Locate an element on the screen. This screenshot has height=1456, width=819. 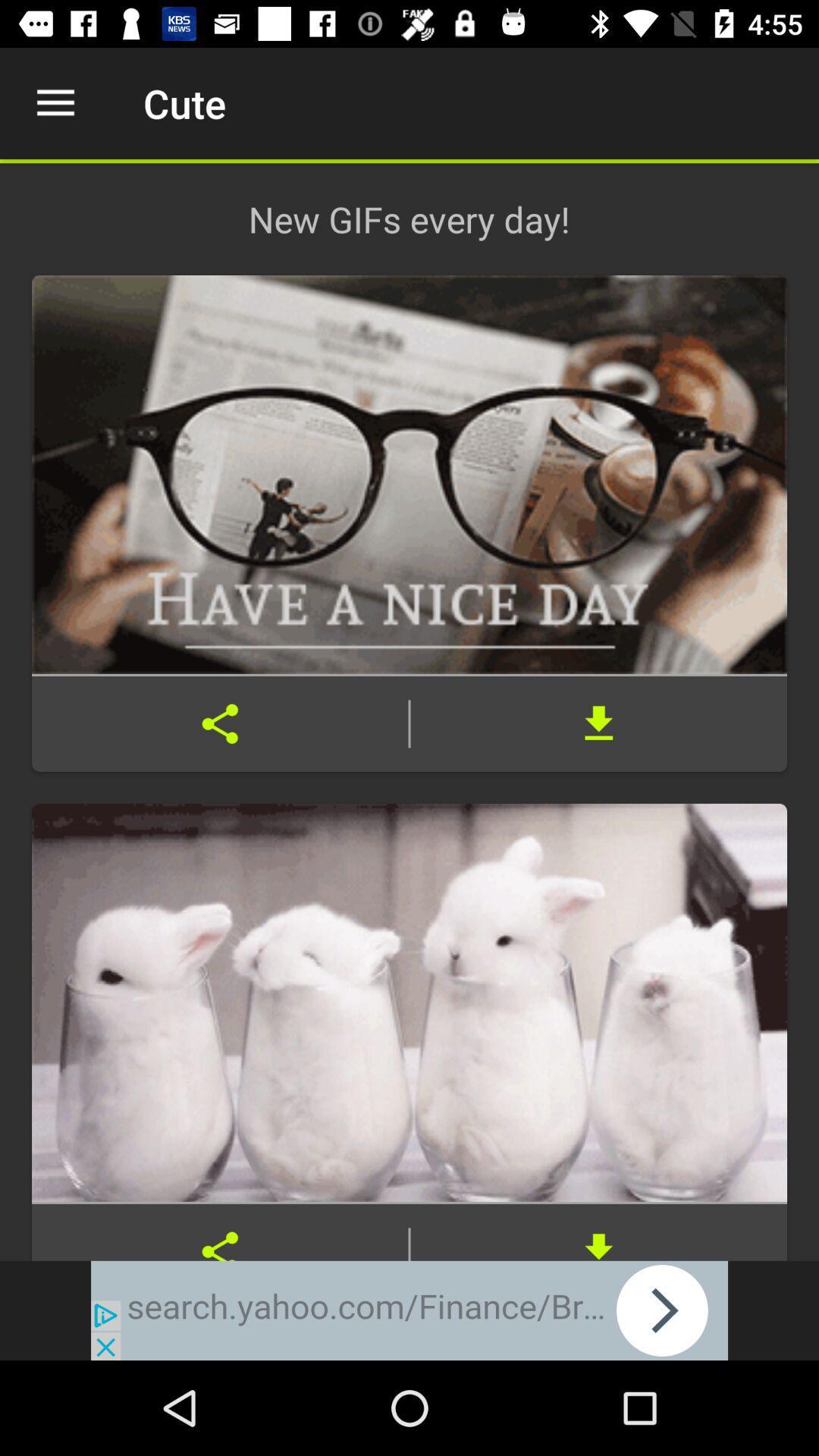
download is located at coordinates (598, 723).